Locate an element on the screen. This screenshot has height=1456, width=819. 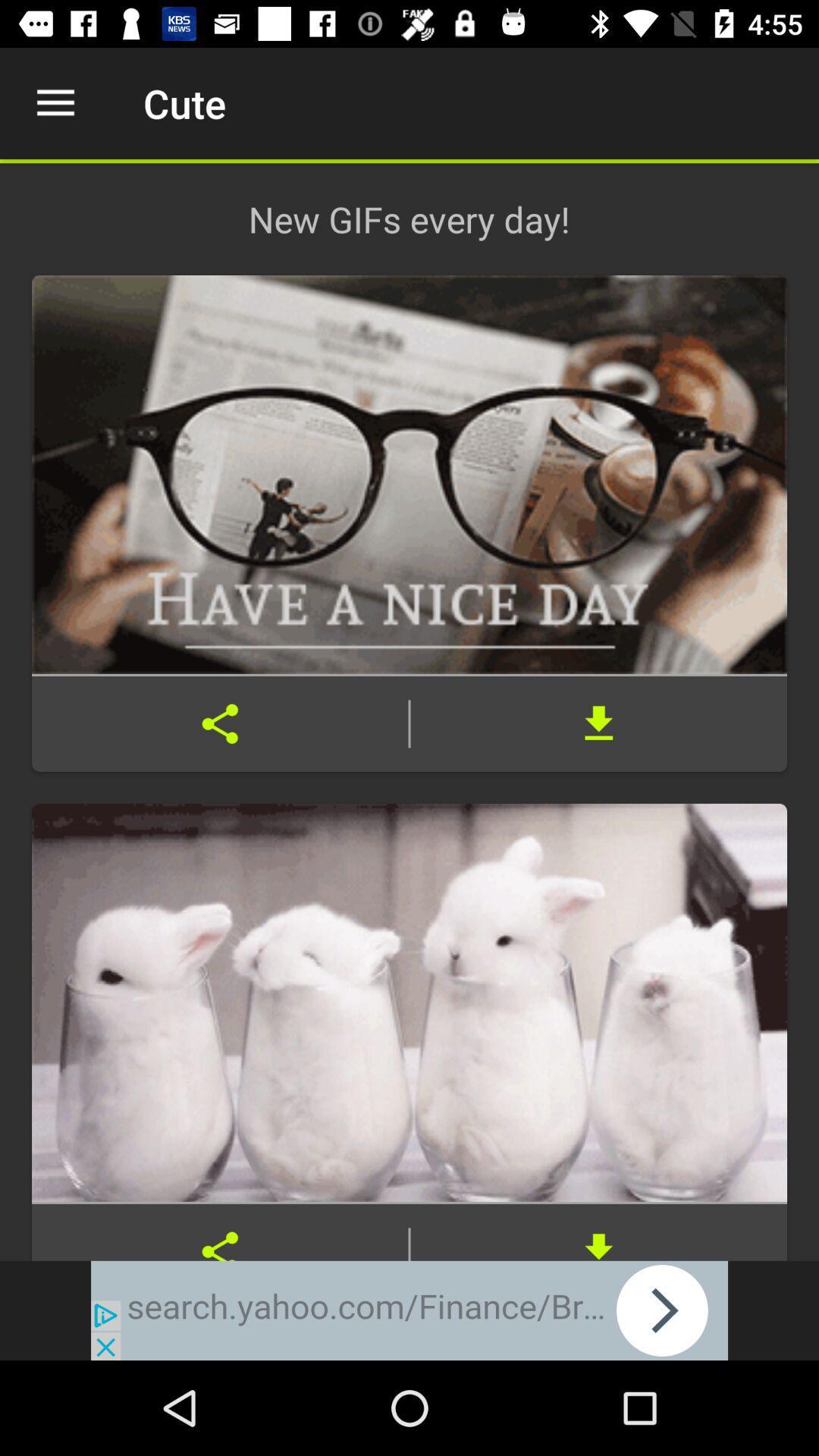
download is located at coordinates (598, 723).